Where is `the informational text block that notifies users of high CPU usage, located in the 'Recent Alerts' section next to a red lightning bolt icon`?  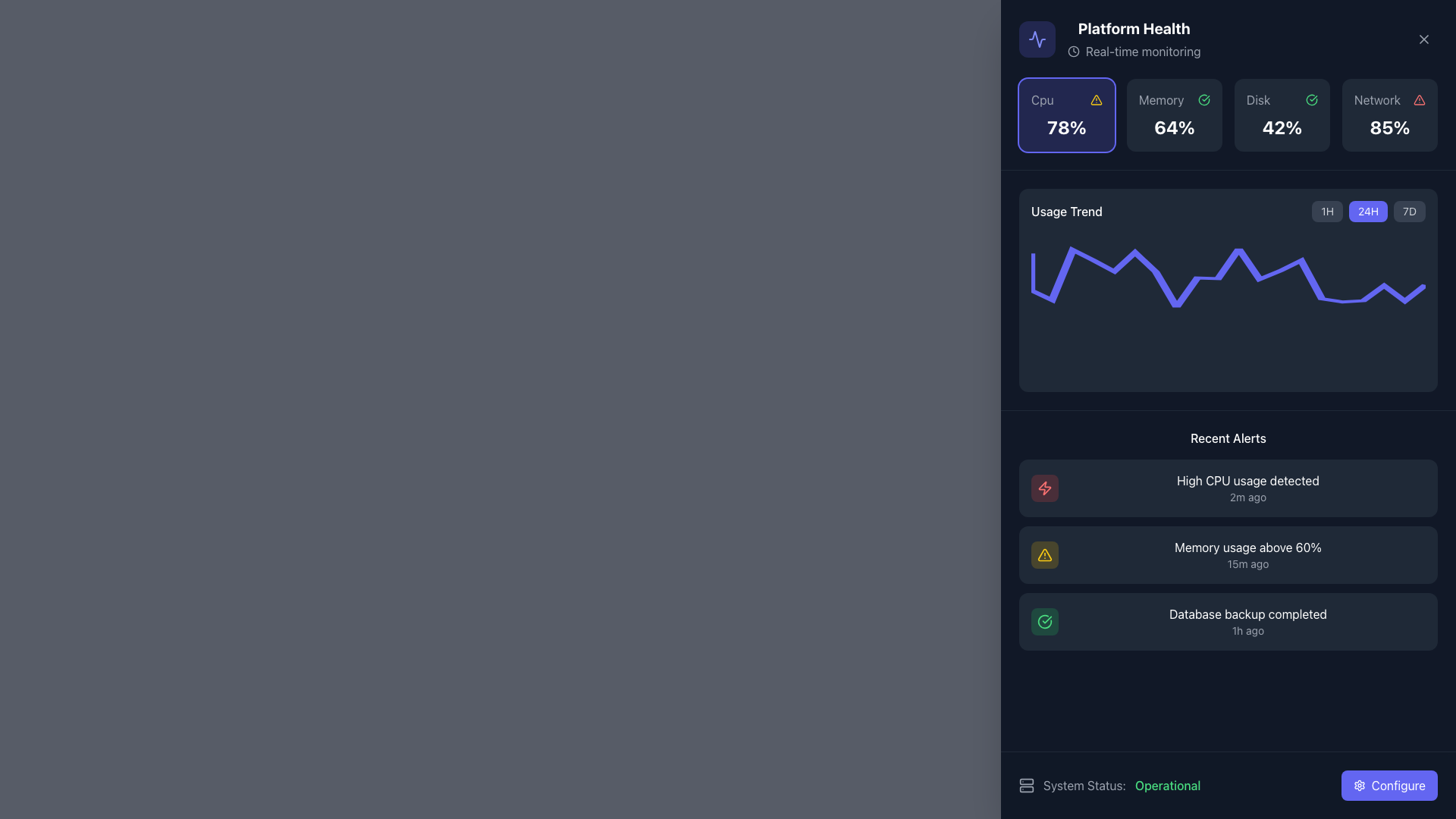
the informational text block that notifies users of high CPU usage, located in the 'Recent Alerts' section next to a red lightning bolt icon is located at coordinates (1248, 480).